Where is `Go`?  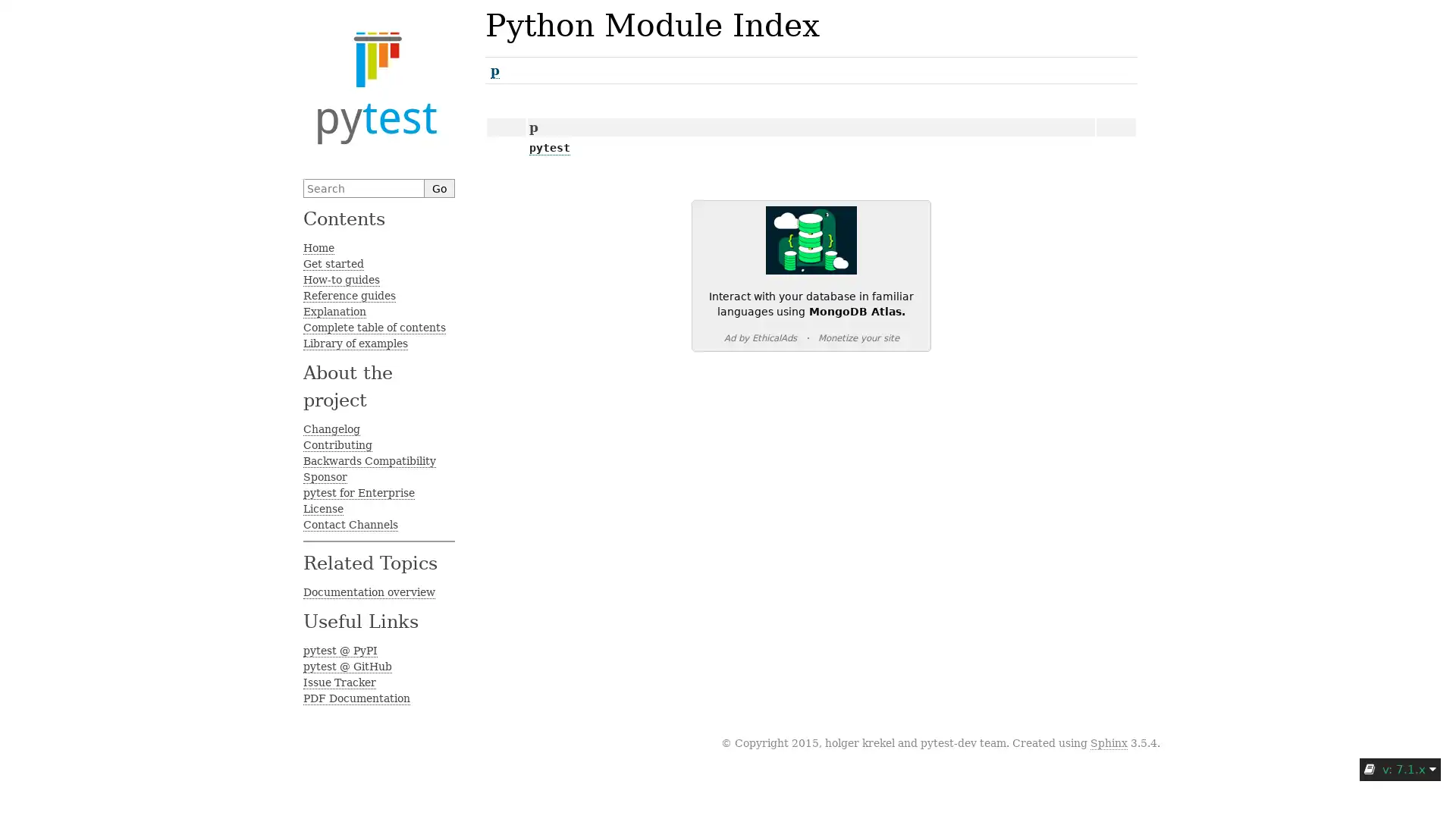
Go is located at coordinates (439, 187).